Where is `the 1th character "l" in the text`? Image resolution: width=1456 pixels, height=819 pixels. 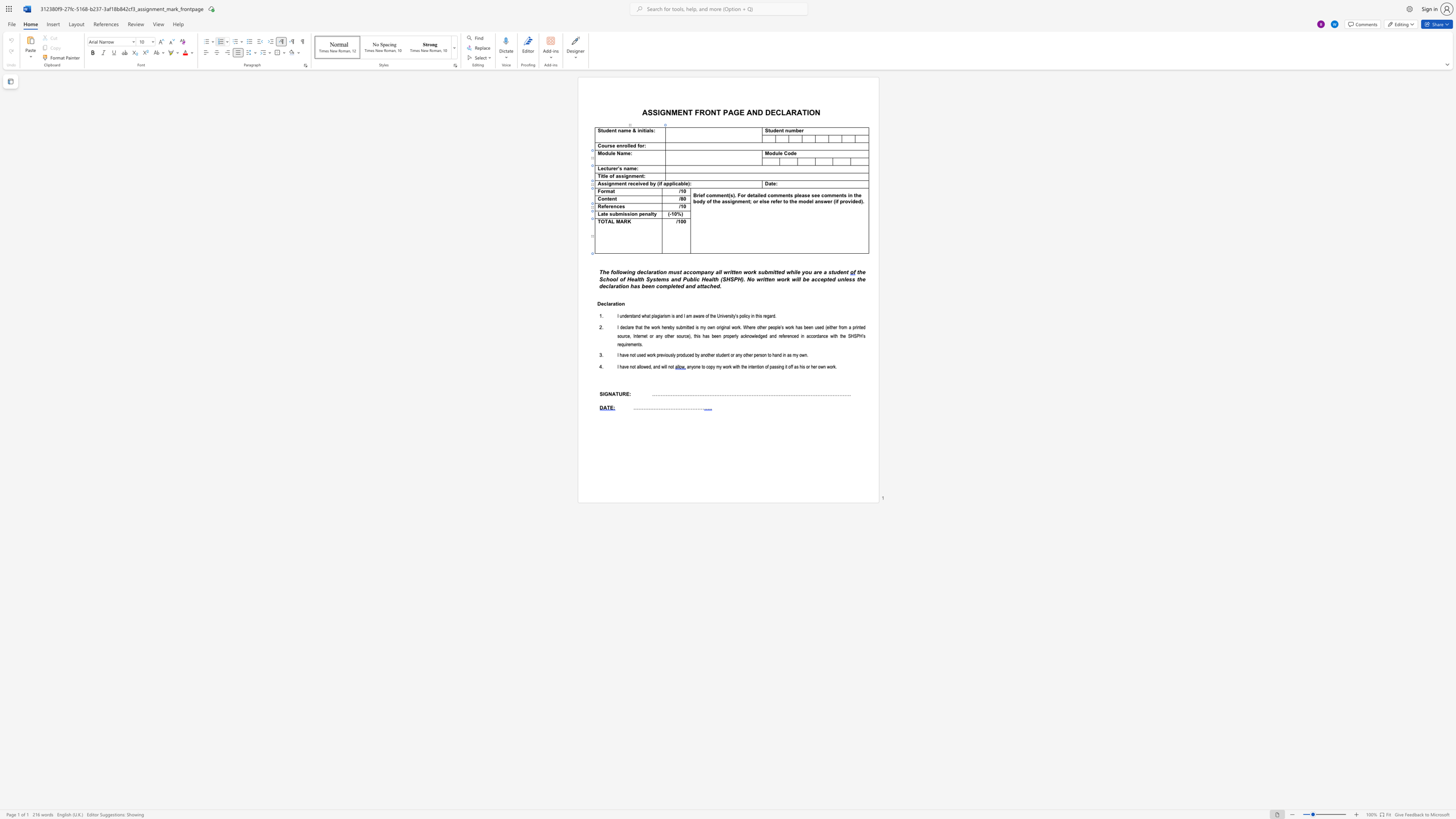
the 1th character "l" in the text is located at coordinates (617, 279).